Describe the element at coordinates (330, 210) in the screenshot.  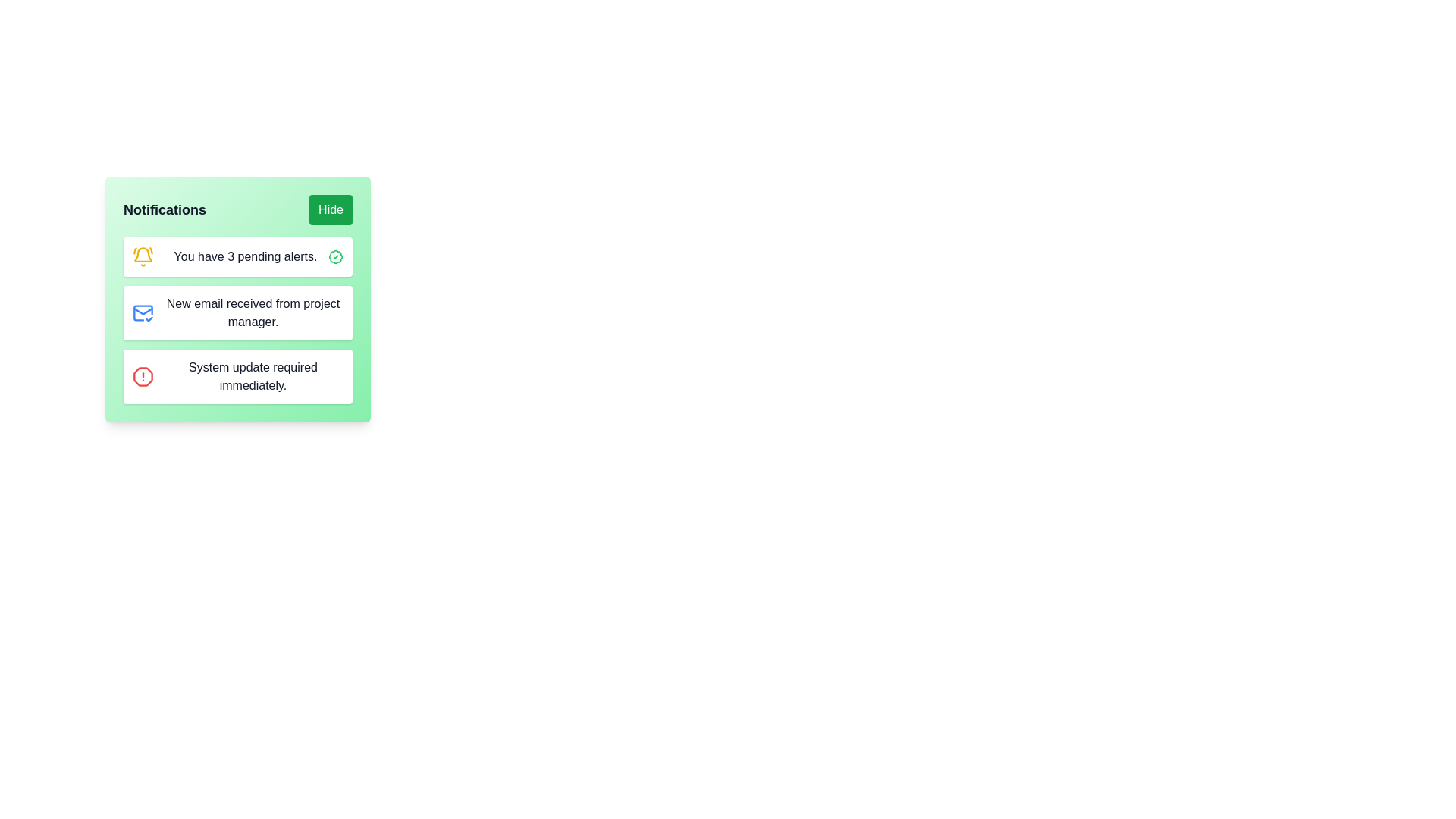
I see `the 'Hide' button with a green background and white bold text to hide the notification panel` at that location.